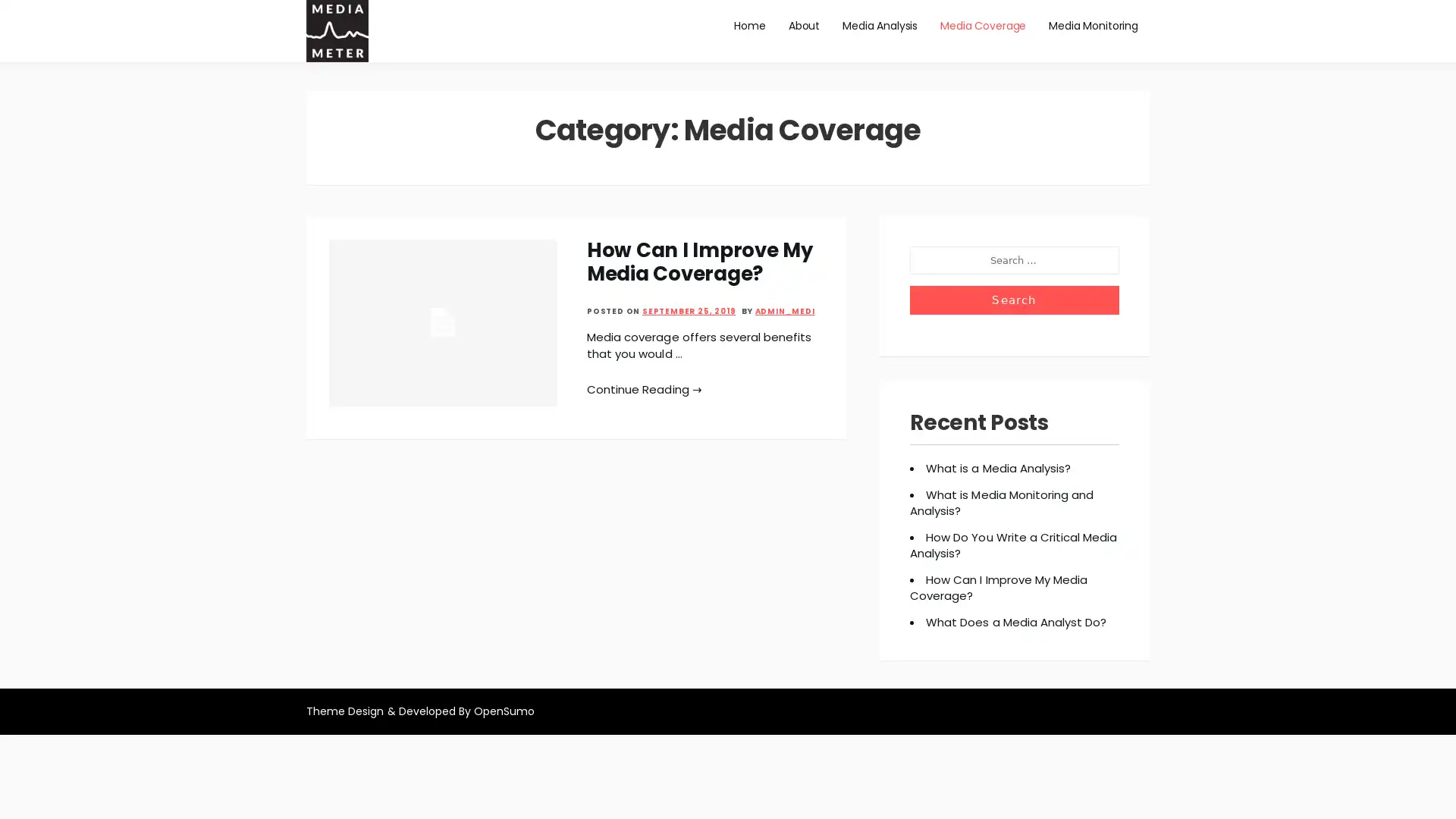 The image size is (1456, 819). Describe the element at coordinates (1014, 300) in the screenshot. I see `Search` at that location.